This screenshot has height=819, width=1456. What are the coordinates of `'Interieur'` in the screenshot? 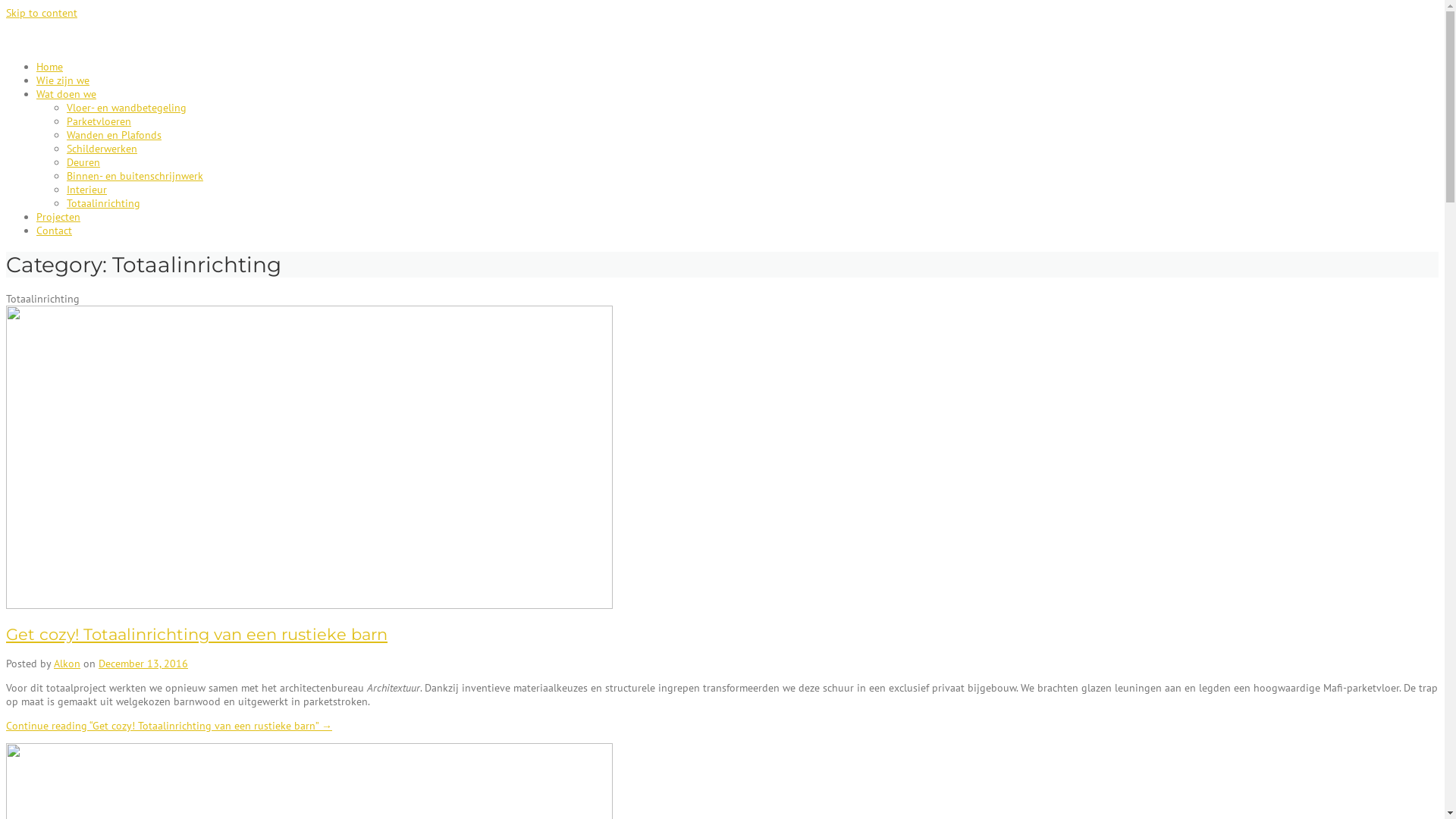 It's located at (86, 189).